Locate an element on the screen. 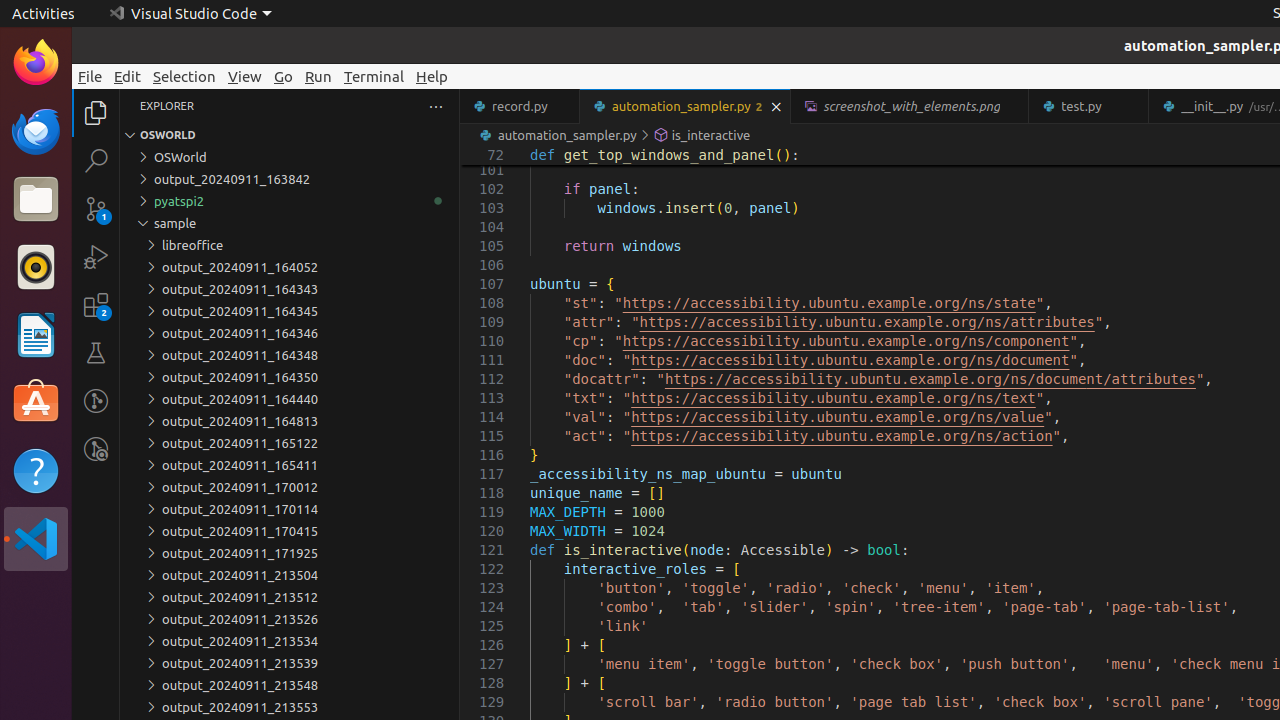  'output_20240911_164345' is located at coordinates (288, 310).